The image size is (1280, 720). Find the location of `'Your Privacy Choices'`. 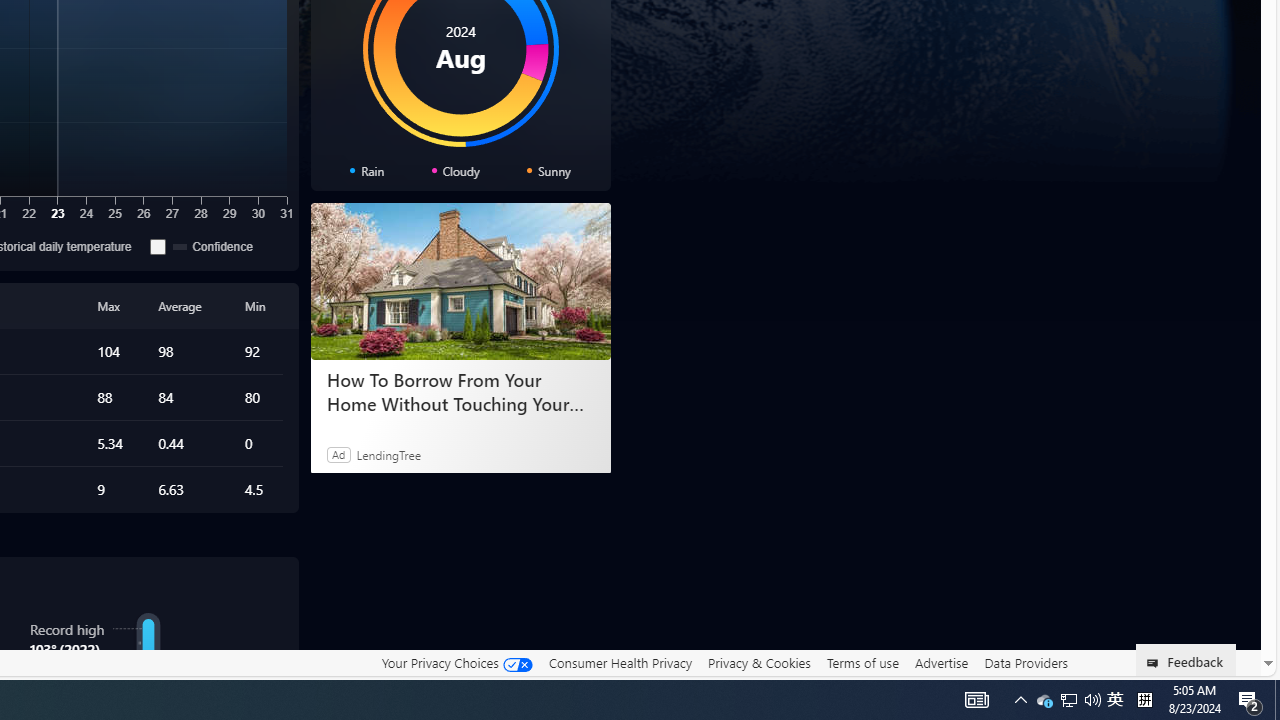

'Your Privacy Choices' is located at coordinates (455, 663).